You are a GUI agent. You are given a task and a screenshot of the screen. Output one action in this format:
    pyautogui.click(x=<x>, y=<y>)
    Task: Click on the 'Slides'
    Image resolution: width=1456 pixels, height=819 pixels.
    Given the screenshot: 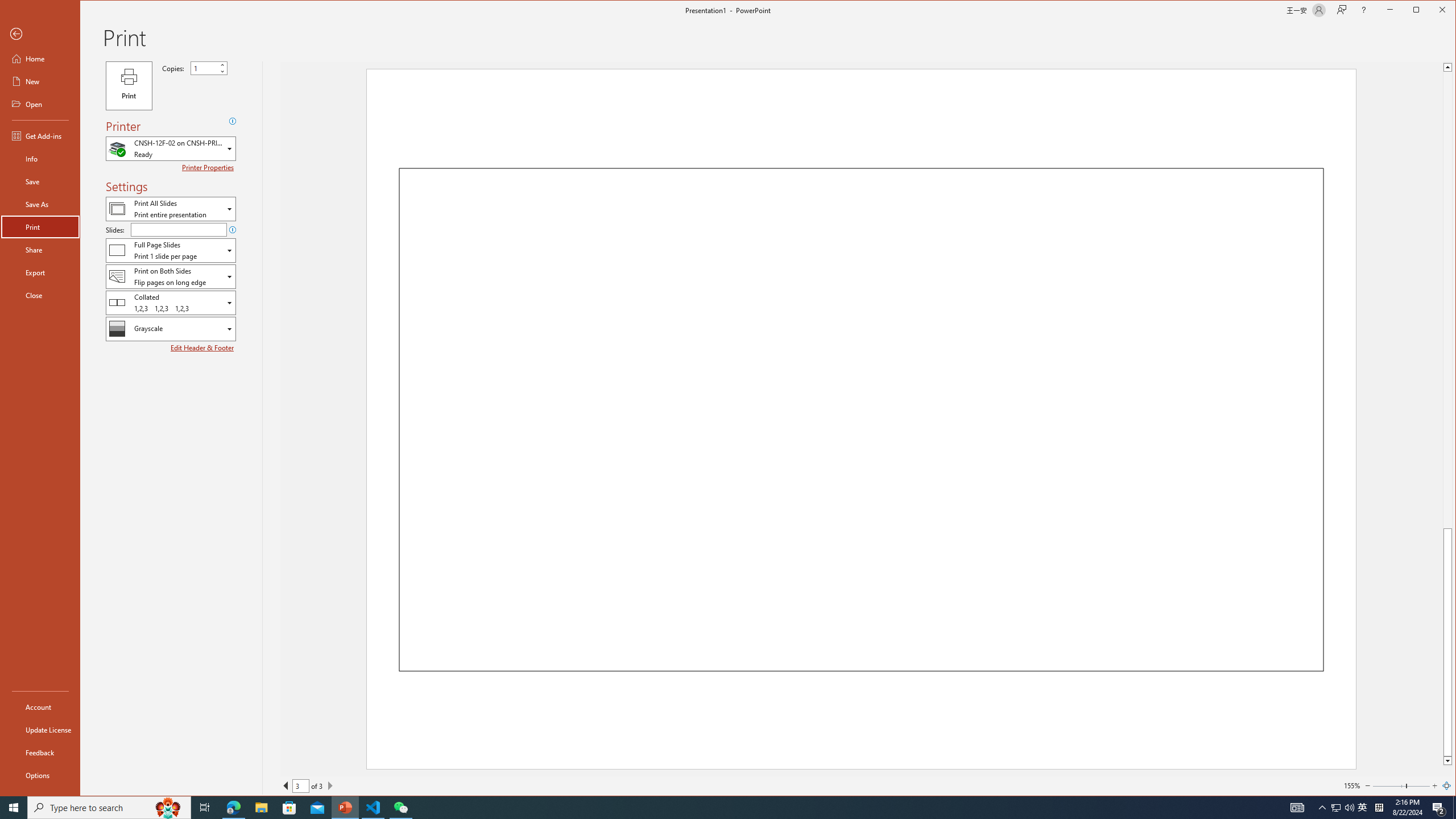 What is the action you would take?
    pyautogui.click(x=178, y=229)
    